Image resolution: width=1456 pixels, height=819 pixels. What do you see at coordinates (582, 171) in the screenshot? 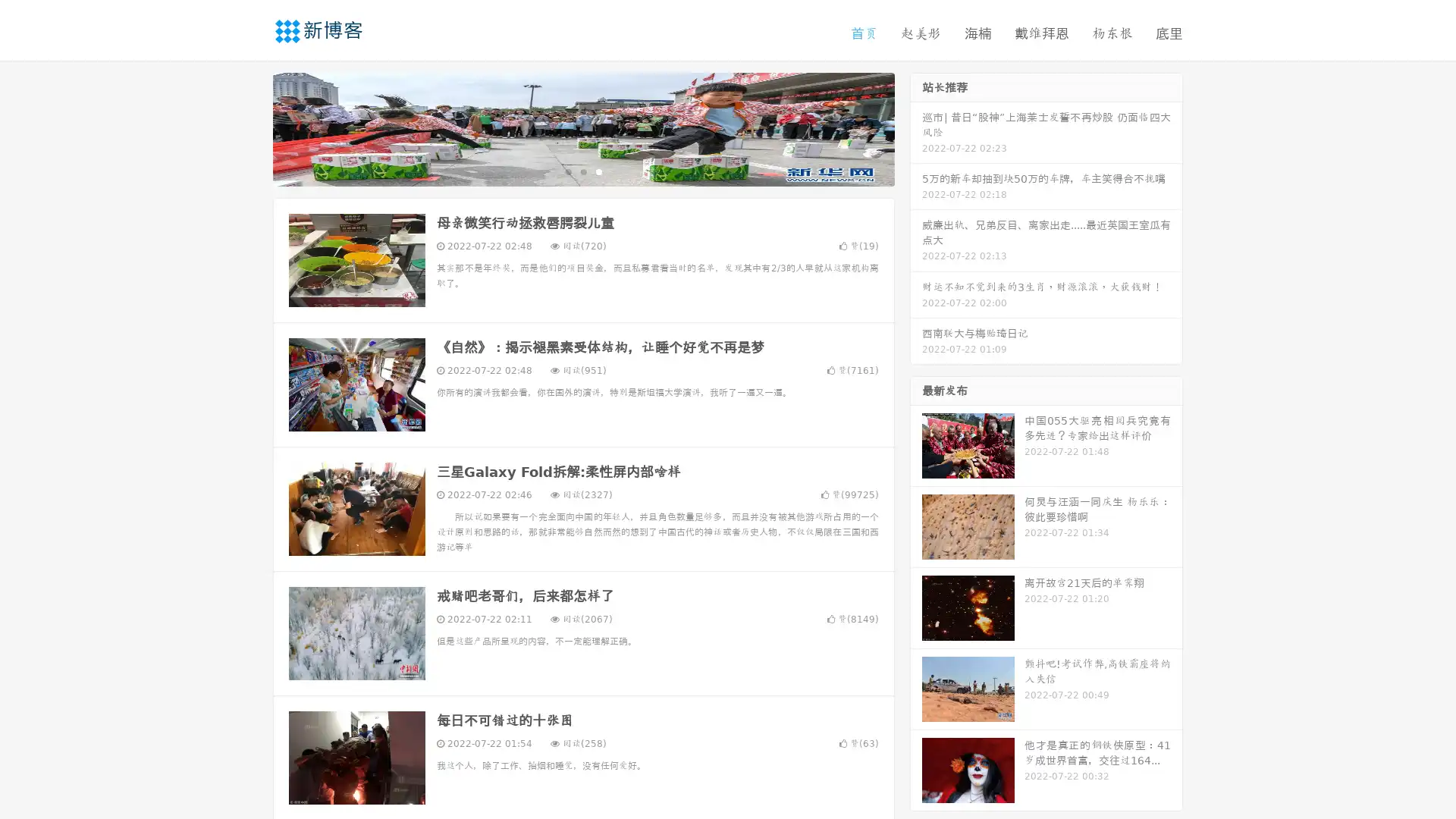
I see `Go to slide 2` at bounding box center [582, 171].